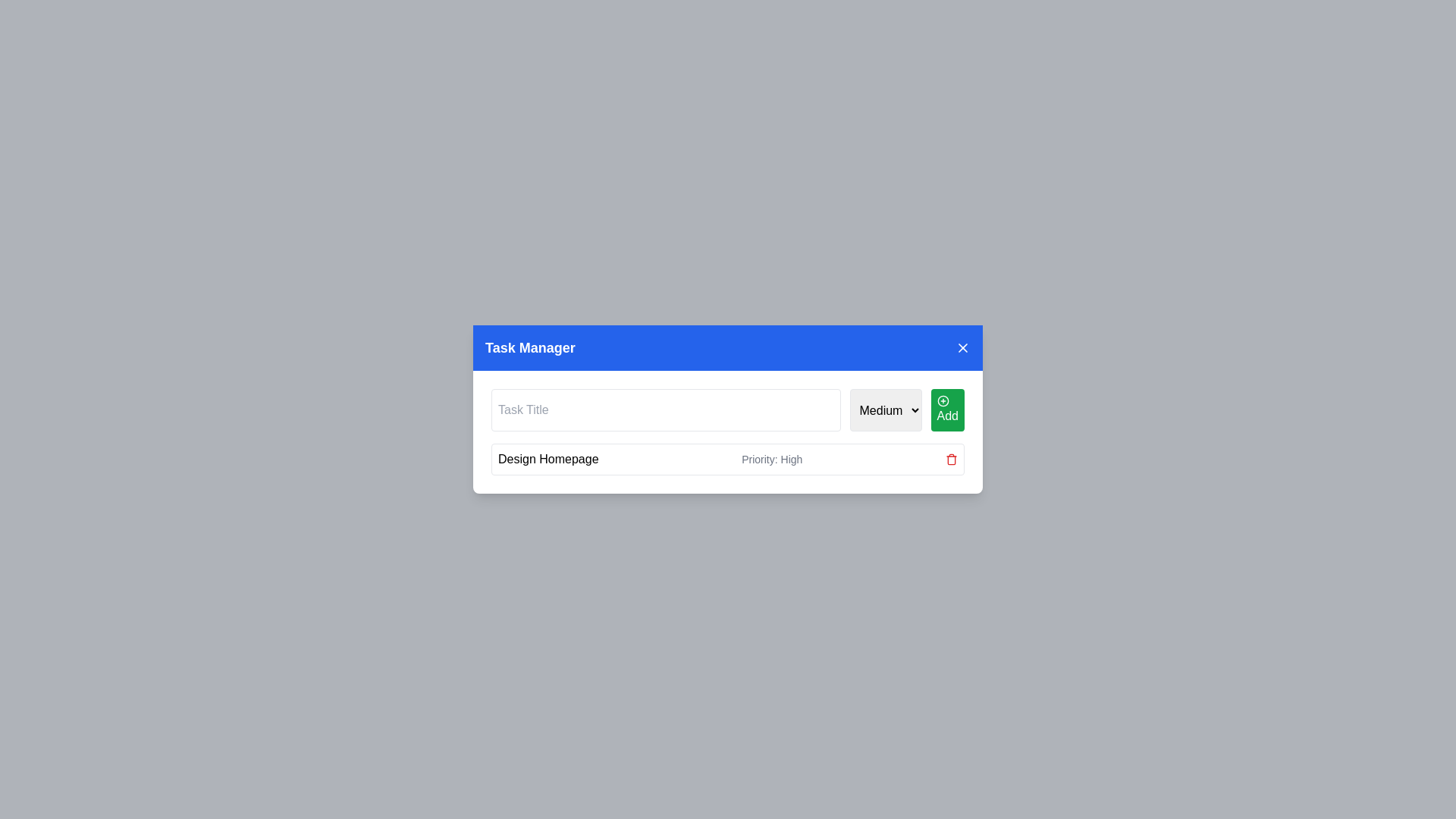 The image size is (1456, 819). What do you see at coordinates (962, 348) in the screenshot?
I see `the cross icon button located at the top-right corner of the blue header bar, adjacent to the title text 'Task Manager'` at bounding box center [962, 348].